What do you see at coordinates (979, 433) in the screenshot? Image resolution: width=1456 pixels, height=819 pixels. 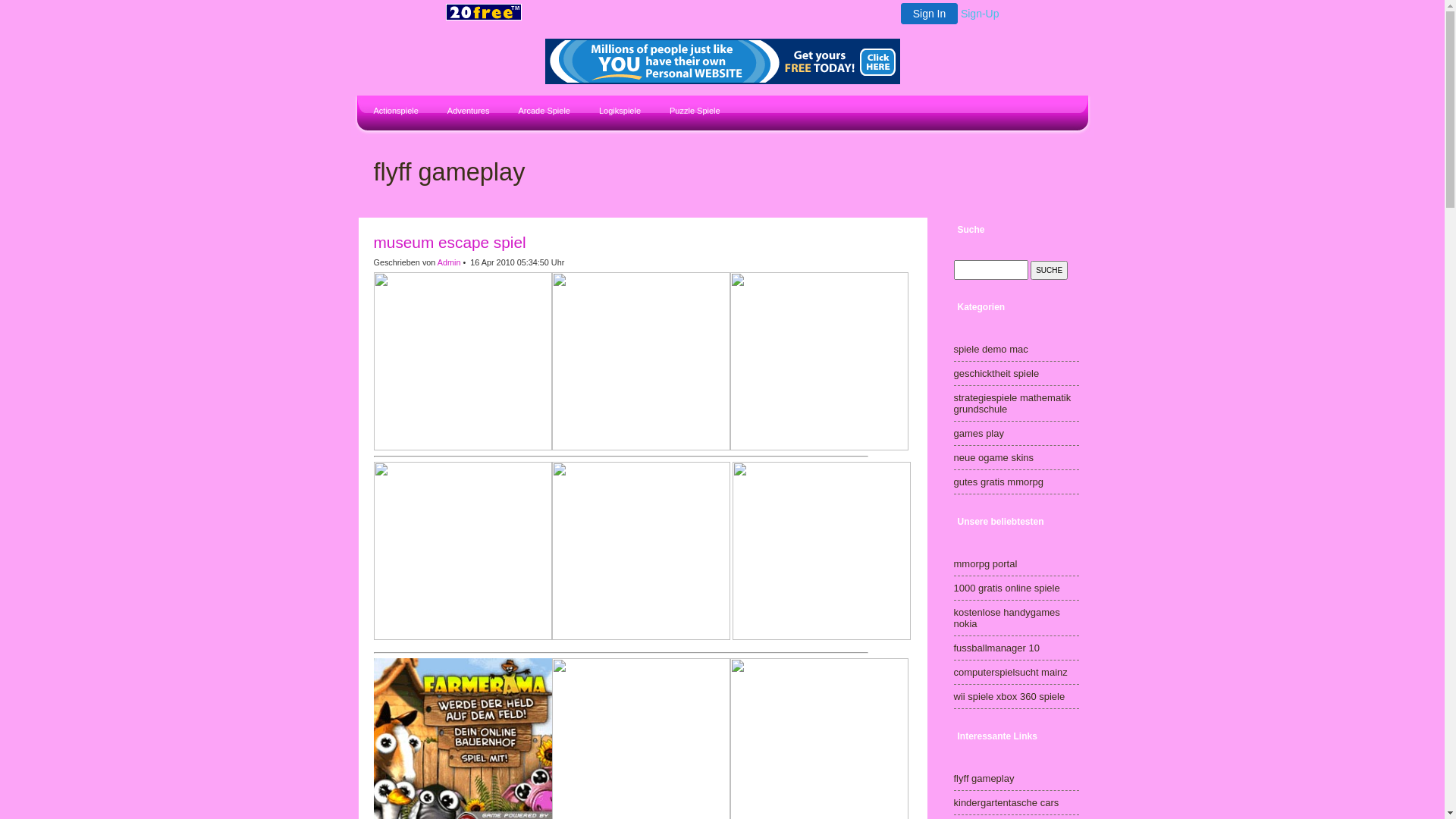 I see `'games play'` at bounding box center [979, 433].